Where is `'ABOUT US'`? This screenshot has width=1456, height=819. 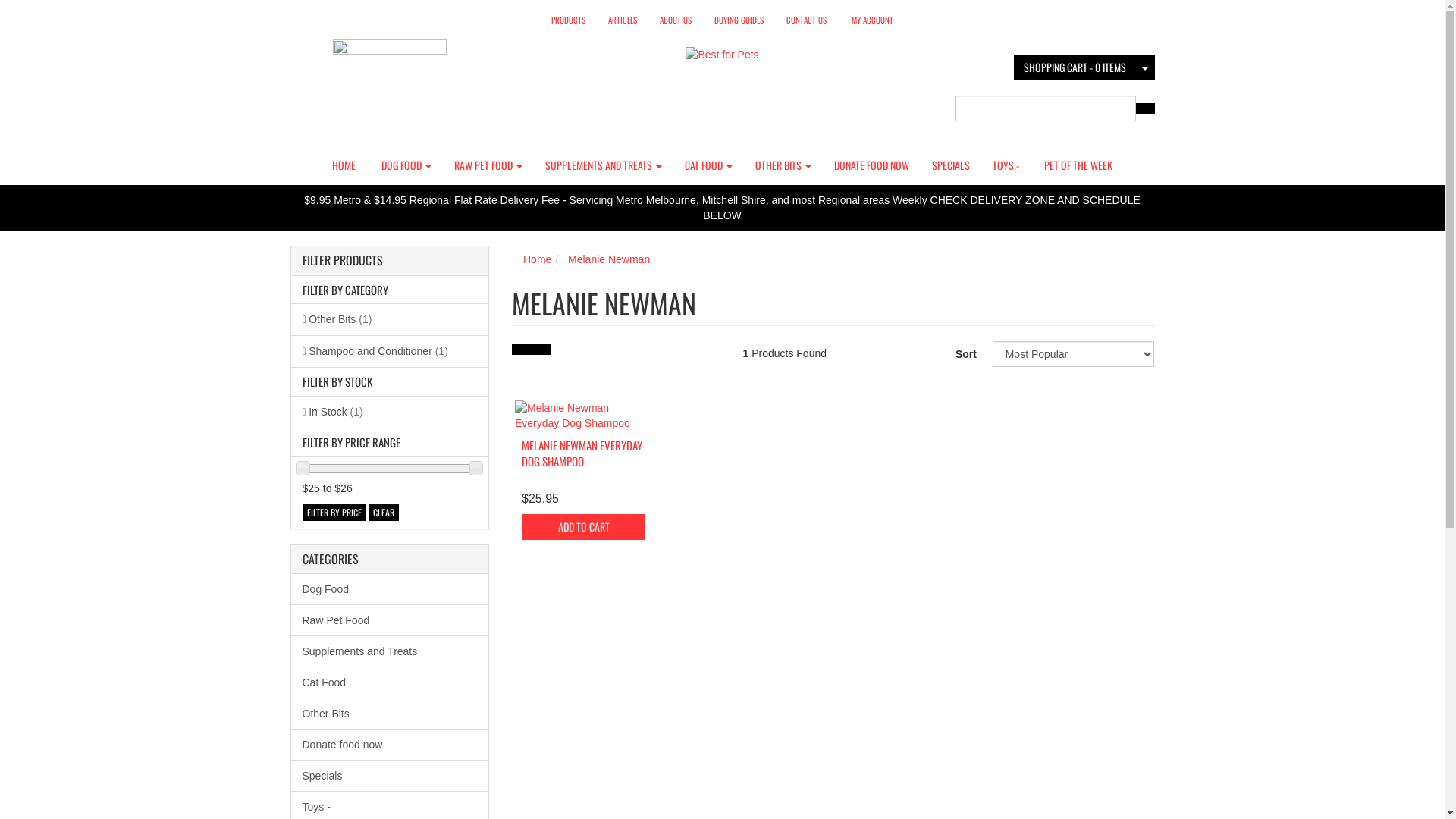 'ABOUT US' is located at coordinates (675, 20).